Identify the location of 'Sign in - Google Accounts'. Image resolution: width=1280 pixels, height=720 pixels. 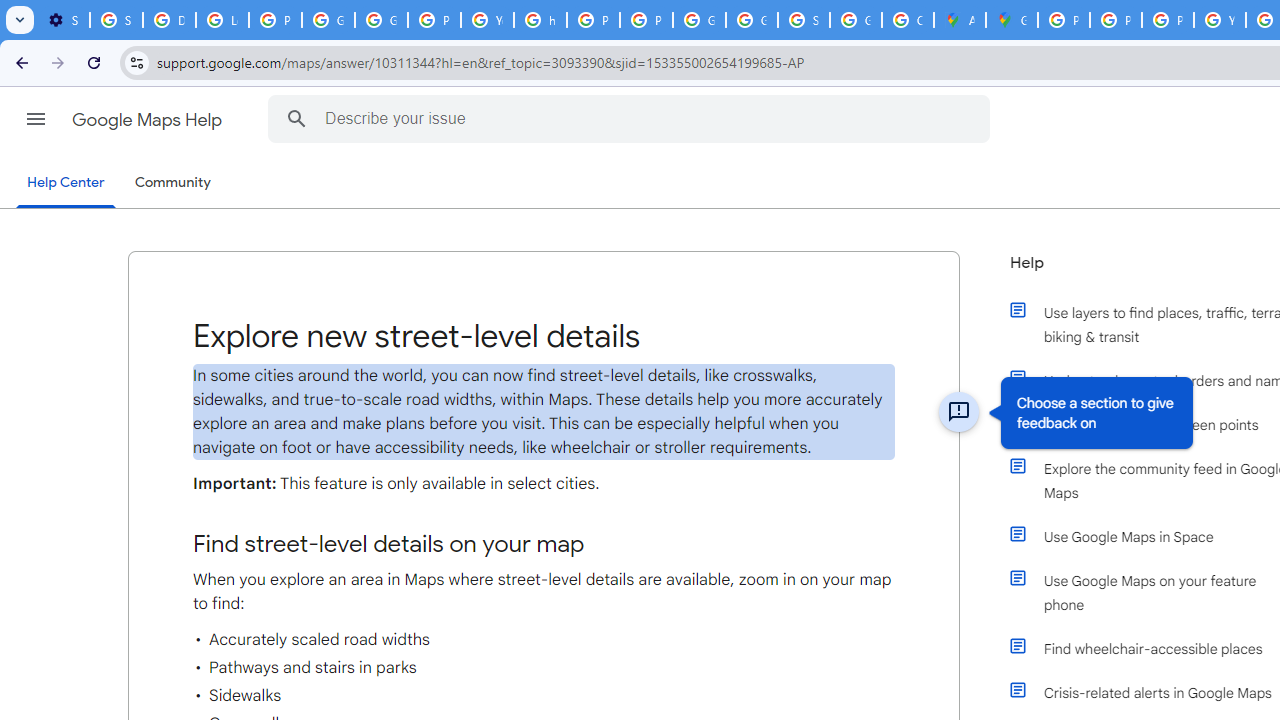
(803, 20).